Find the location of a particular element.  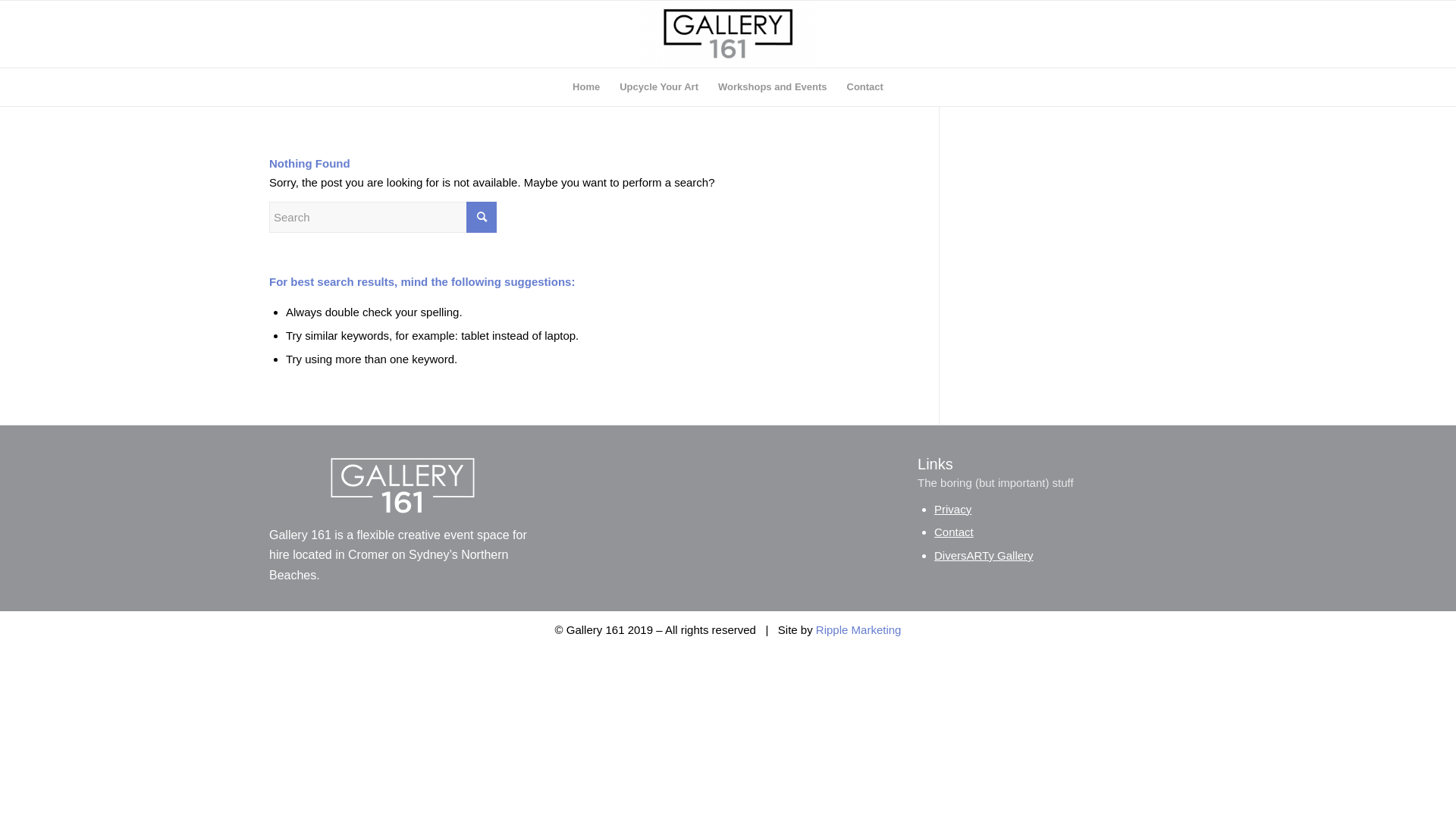

'Contact' is located at coordinates (865, 87).